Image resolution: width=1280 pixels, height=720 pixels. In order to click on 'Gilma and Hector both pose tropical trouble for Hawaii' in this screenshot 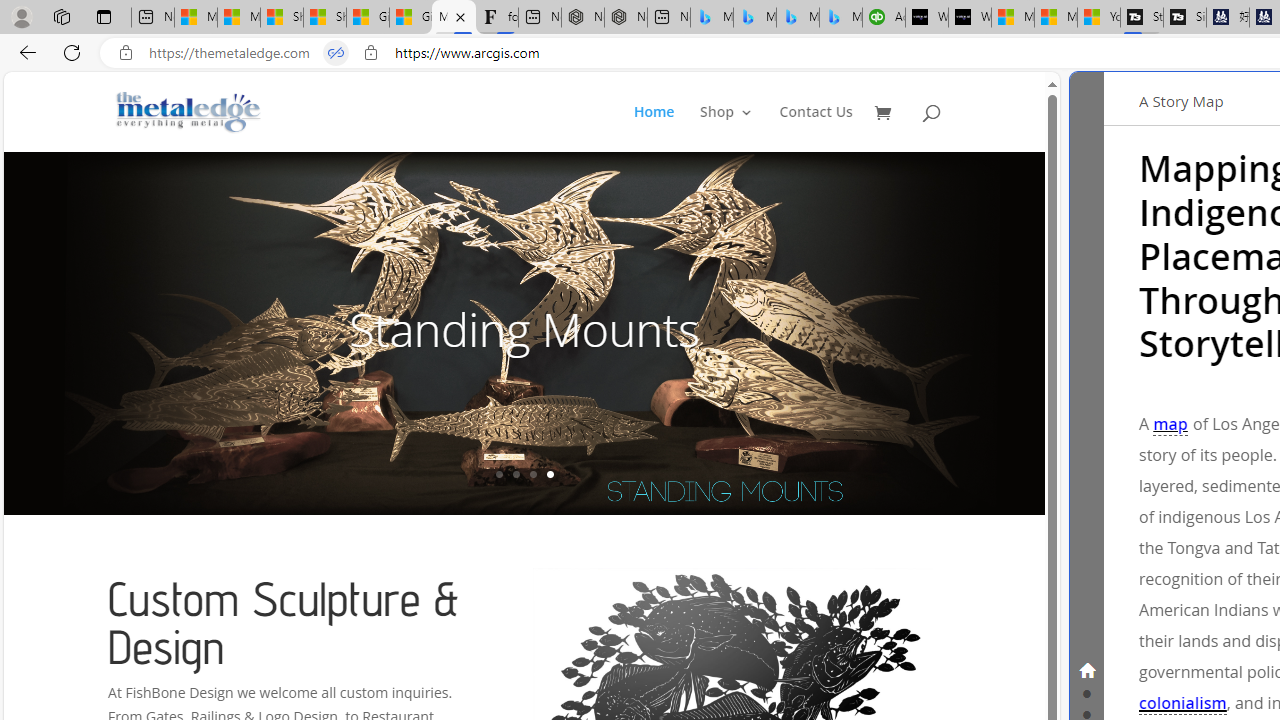, I will do `click(410, 17)`.